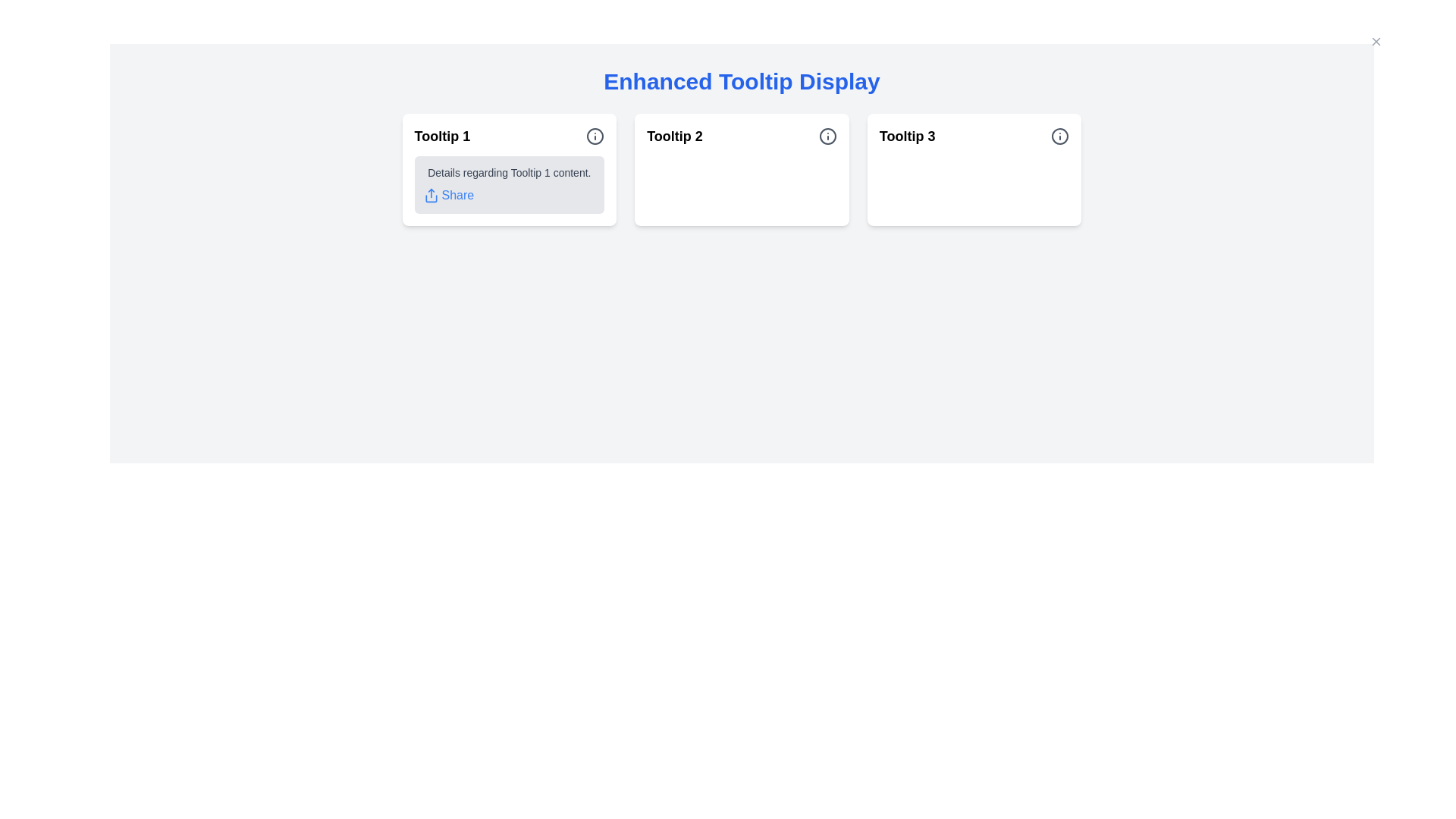 Image resolution: width=1456 pixels, height=819 pixels. What do you see at coordinates (907, 136) in the screenshot?
I see `the heading text 'Tooltip 3' which is displayed in bold and oversized font, located at the top-left area of the third card` at bounding box center [907, 136].